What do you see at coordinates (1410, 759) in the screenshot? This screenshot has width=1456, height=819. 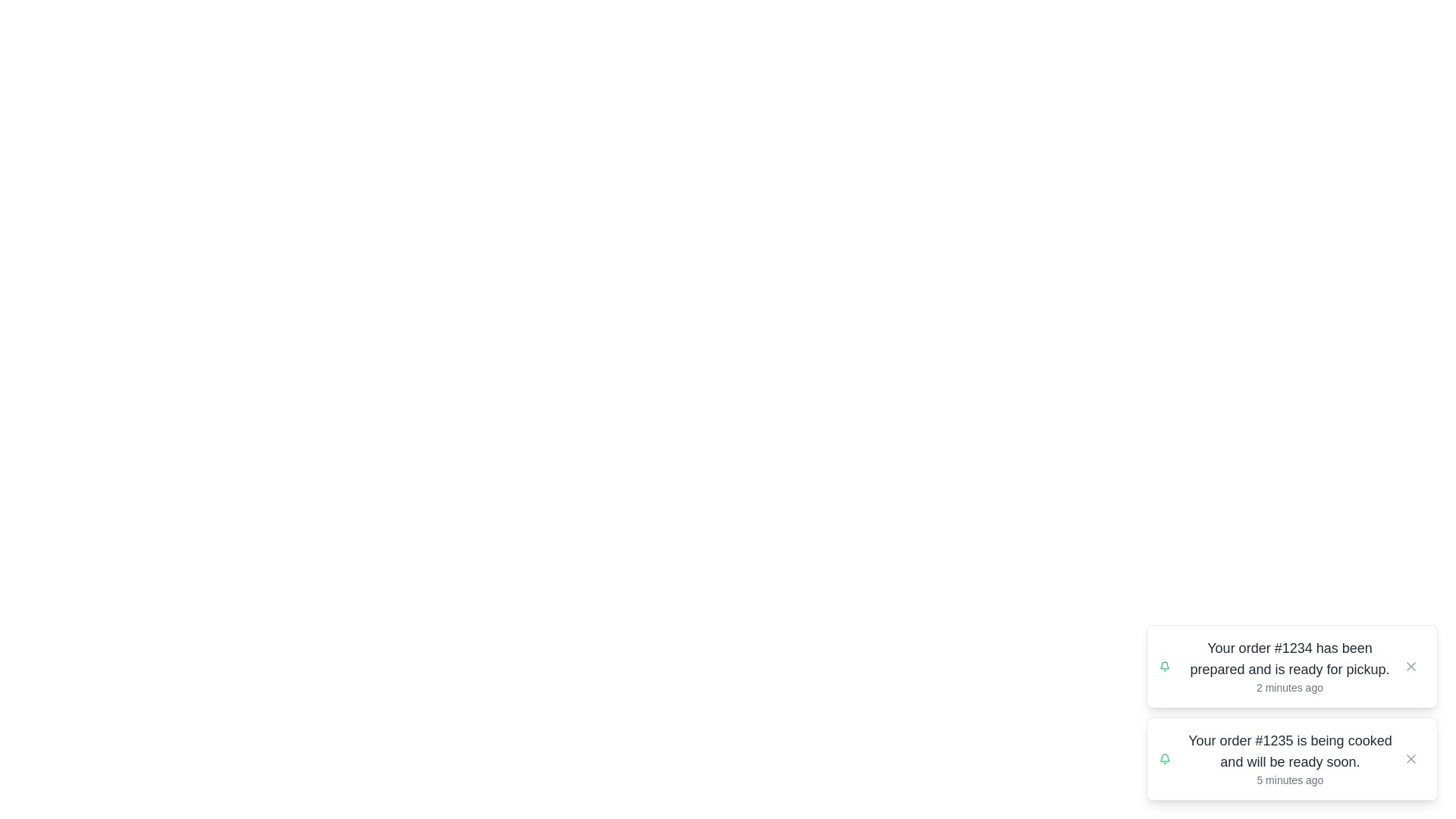 I see `the close icon button located at the top-right corner of the bottom notification card` at bounding box center [1410, 759].